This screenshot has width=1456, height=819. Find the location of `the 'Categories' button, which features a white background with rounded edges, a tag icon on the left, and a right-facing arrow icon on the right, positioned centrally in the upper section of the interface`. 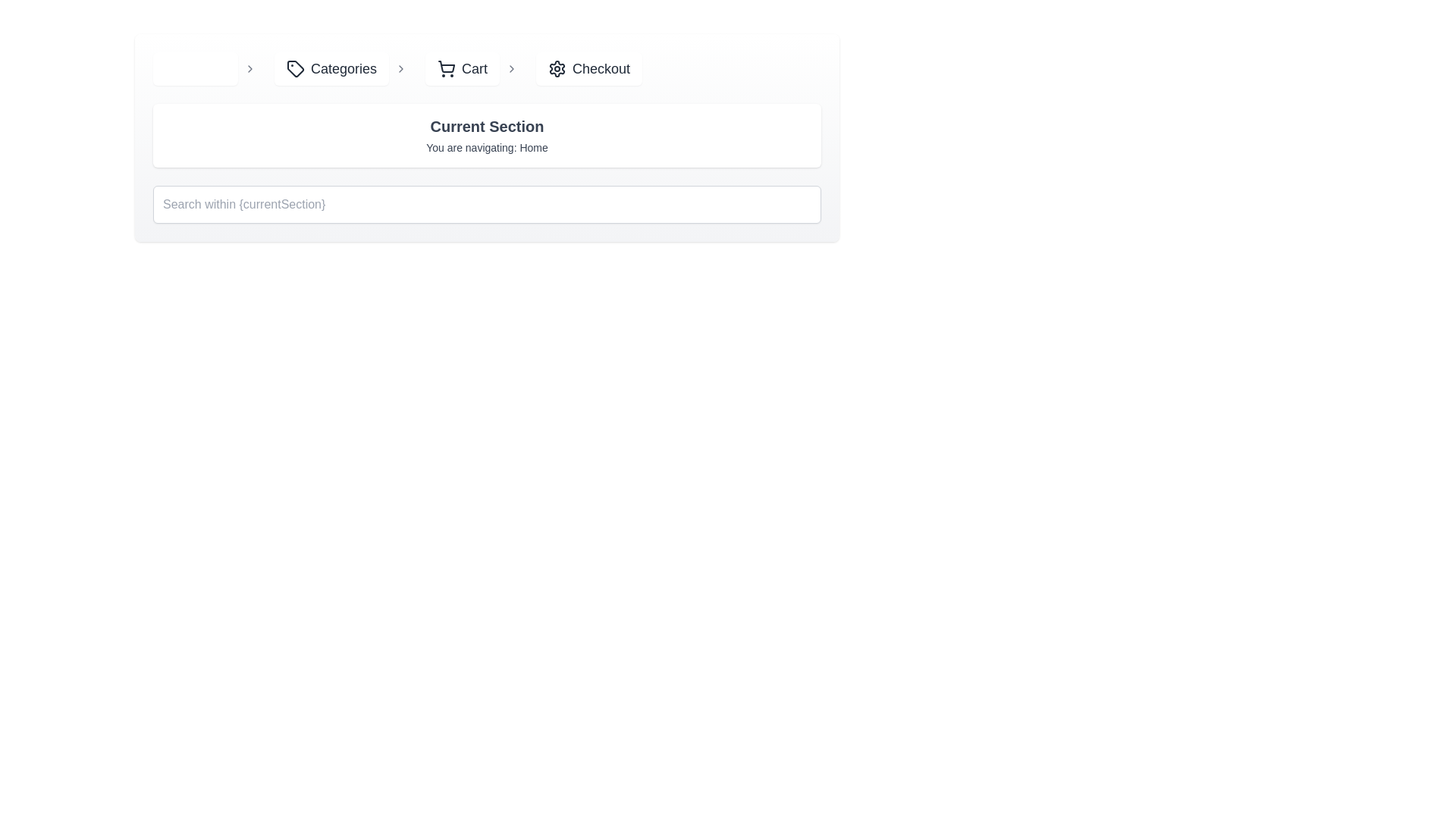

the 'Categories' button, which features a white background with rounded edges, a tag icon on the left, and a right-facing arrow icon on the right, positioned centrally in the upper section of the interface is located at coordinates (343, 69).